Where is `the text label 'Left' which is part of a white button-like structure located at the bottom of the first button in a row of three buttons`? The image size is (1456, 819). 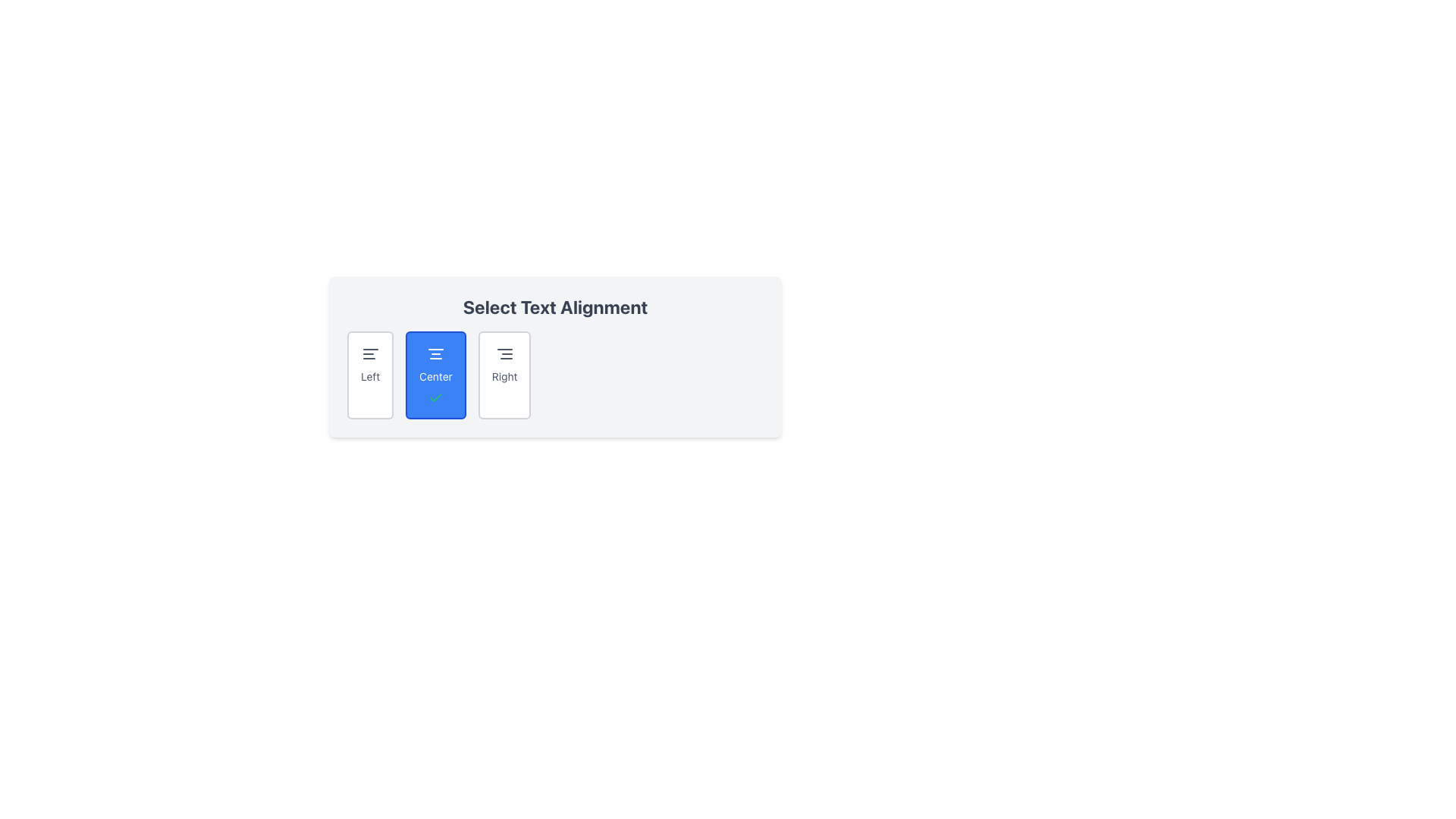 the text label 'Left' which is part of a white button-like structure located at the bottom of the first button in a row of three buttons is located at coordinates (370, 376).